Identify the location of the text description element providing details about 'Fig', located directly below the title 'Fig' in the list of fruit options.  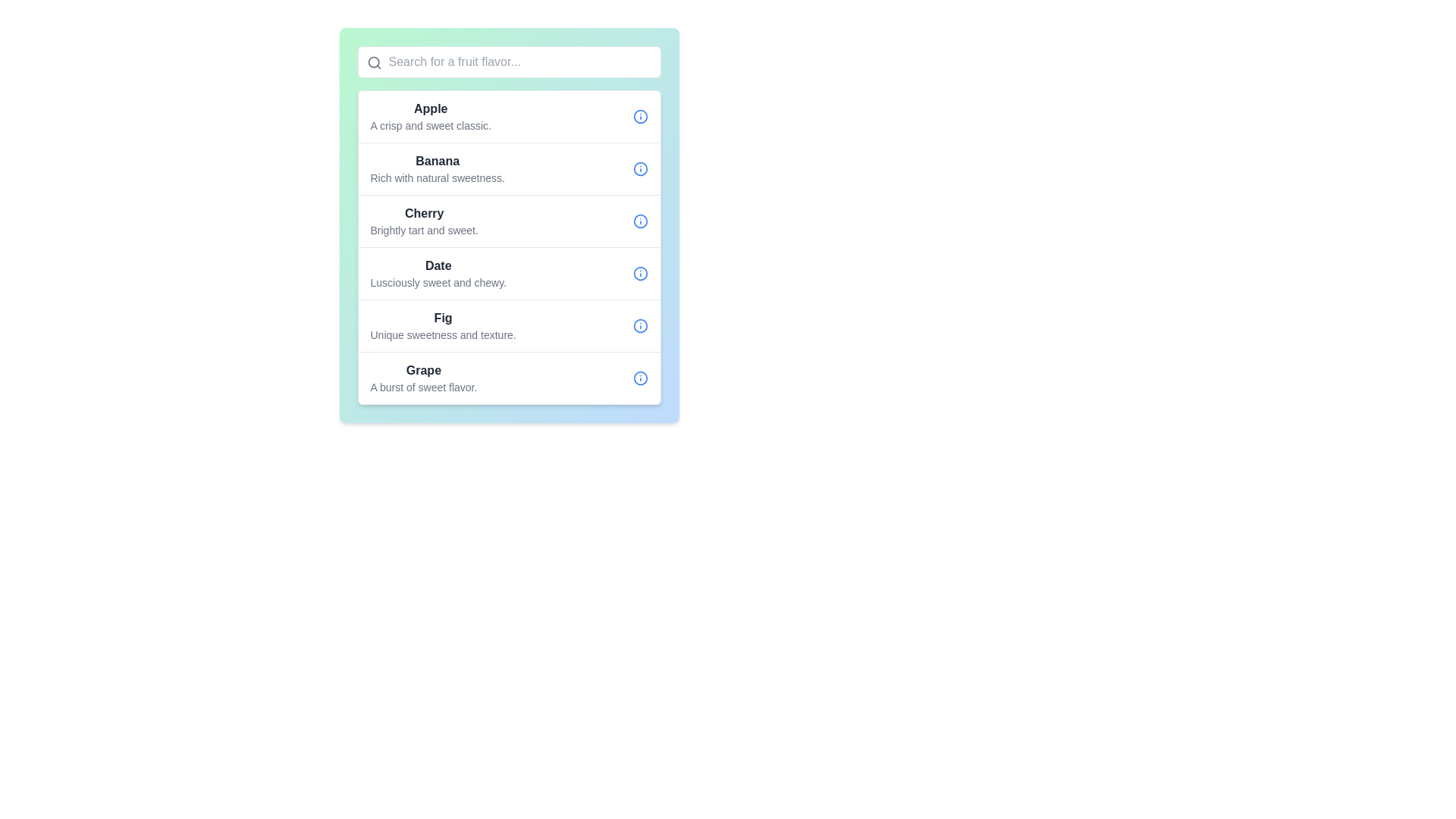
(442, 334).